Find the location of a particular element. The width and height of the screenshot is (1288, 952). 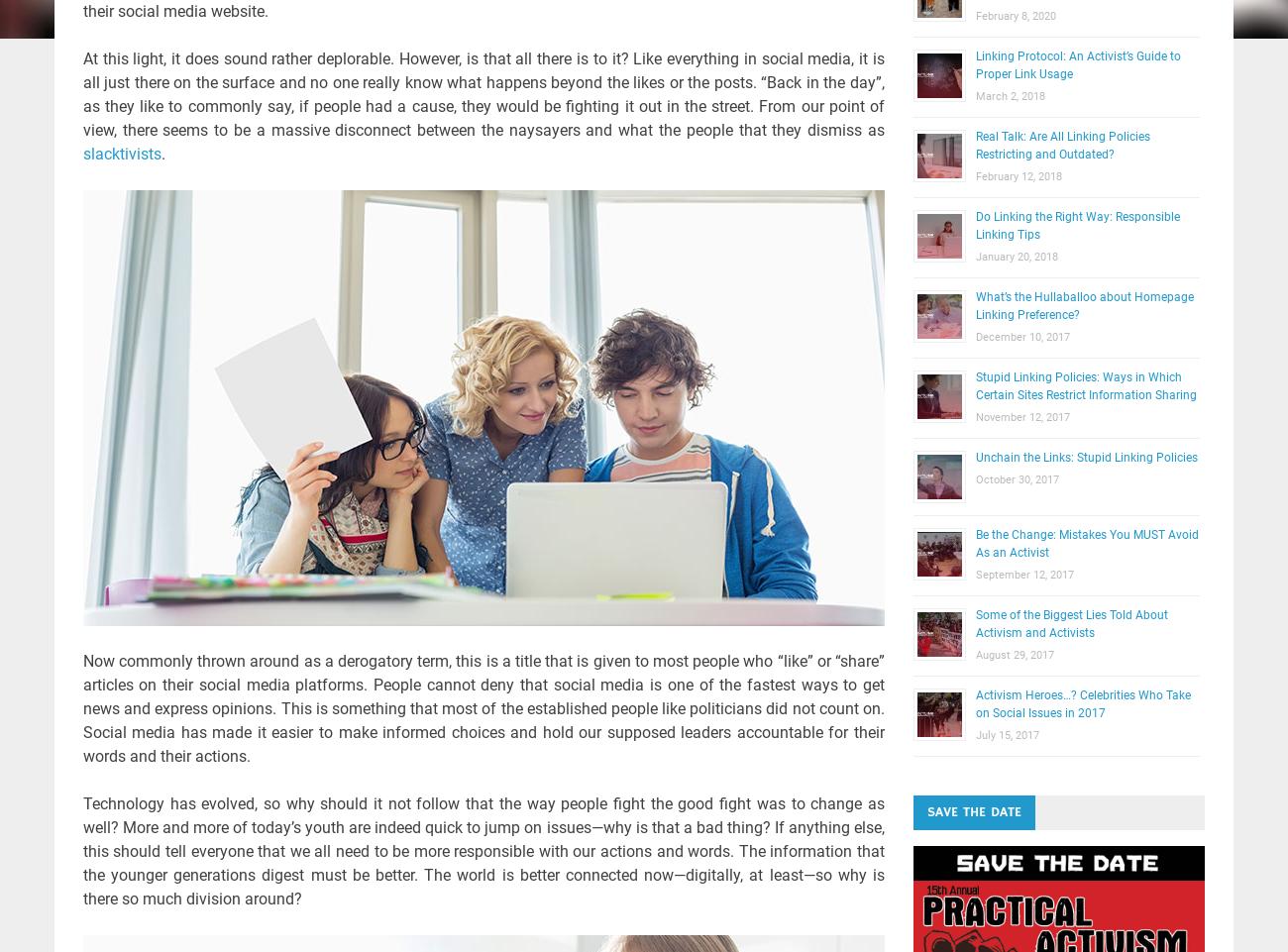

'Some of the Biggest Lies Told About Activism and Activists' is located at coordinates (1070, 624).